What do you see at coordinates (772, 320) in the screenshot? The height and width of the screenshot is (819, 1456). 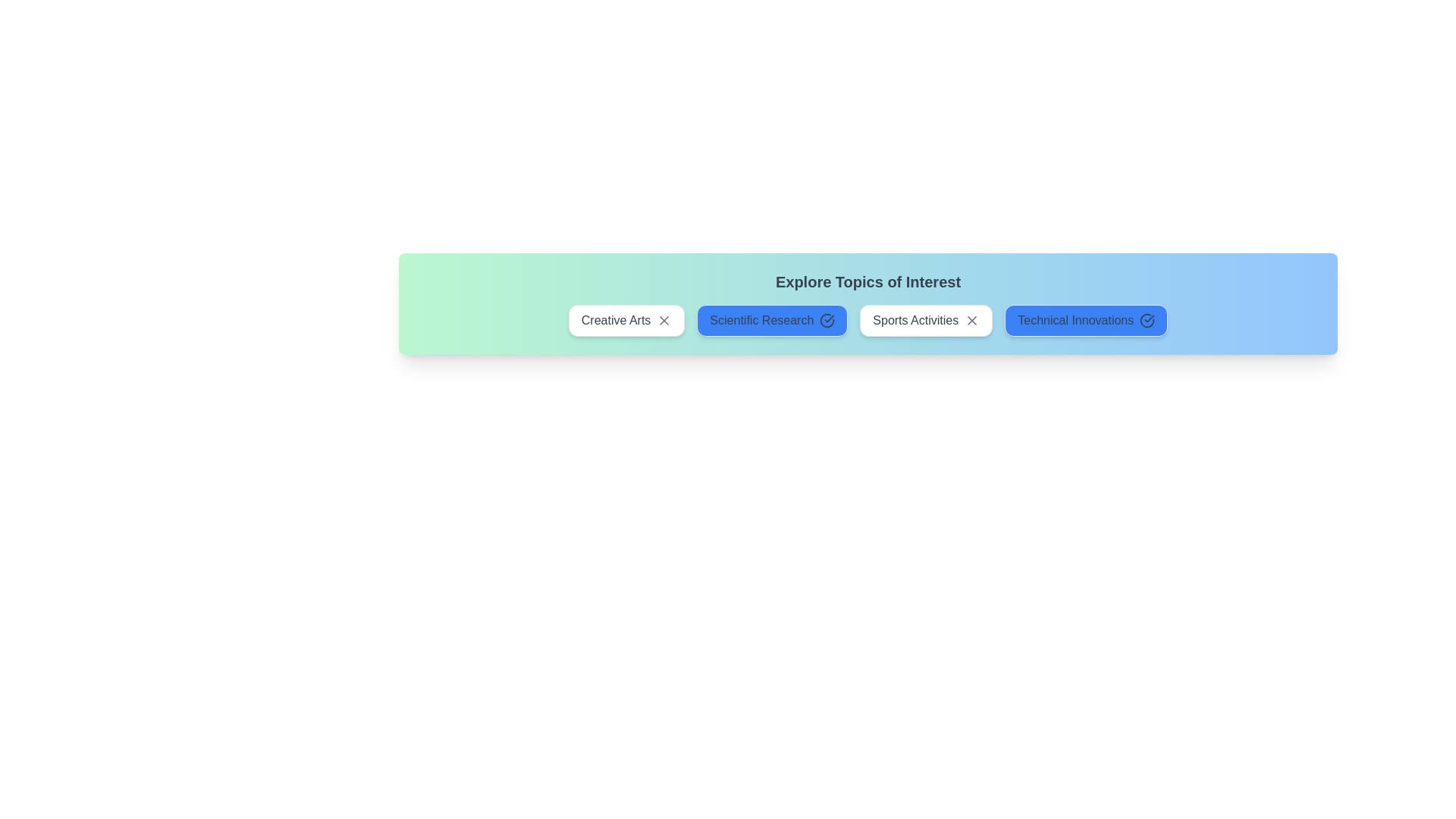 I see `the chip labeled Scientific Research` at bounding box center [772, 320].